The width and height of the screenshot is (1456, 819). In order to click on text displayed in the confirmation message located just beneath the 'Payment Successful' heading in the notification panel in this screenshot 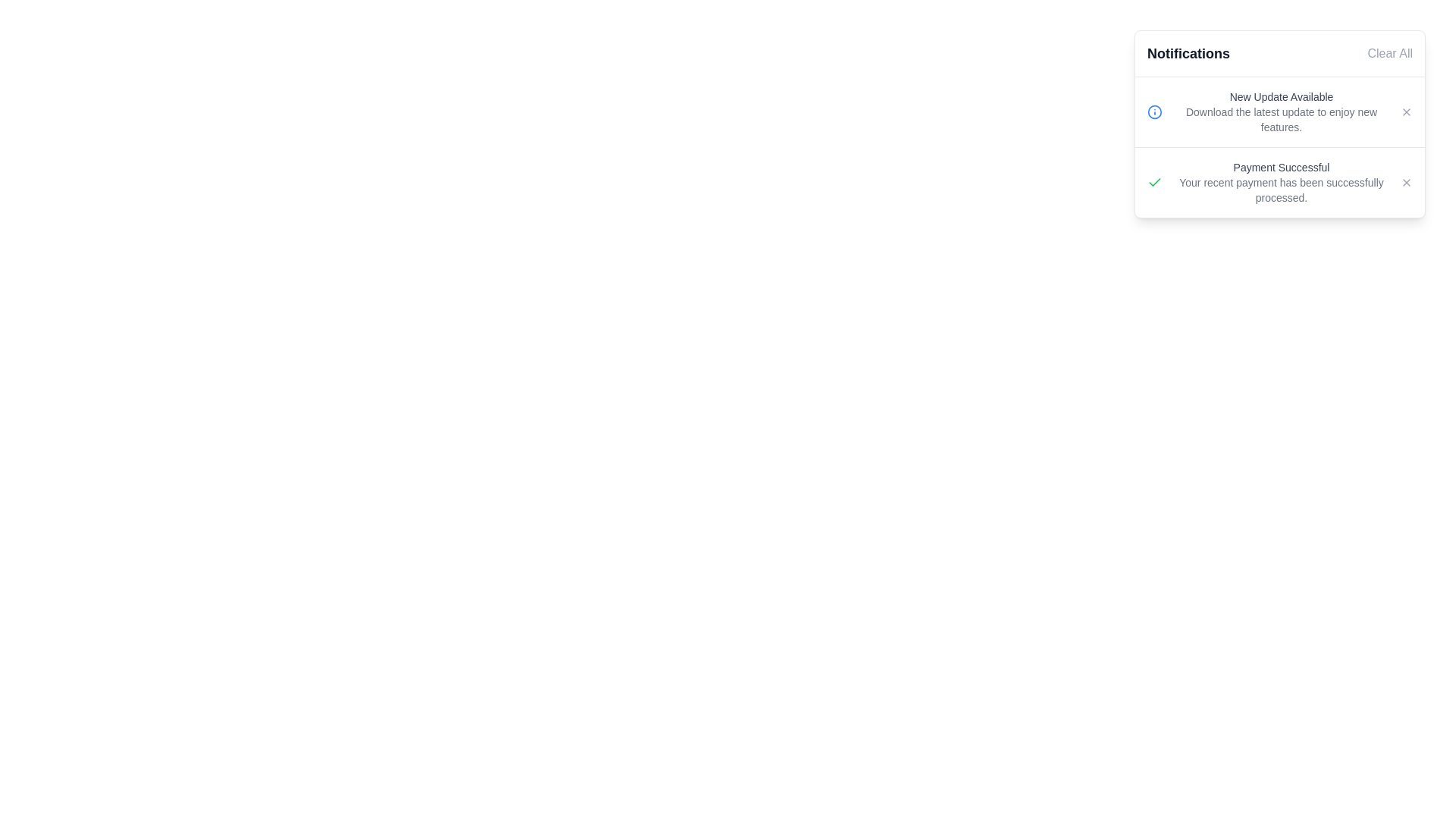, I will do `click(1280, 189)`.